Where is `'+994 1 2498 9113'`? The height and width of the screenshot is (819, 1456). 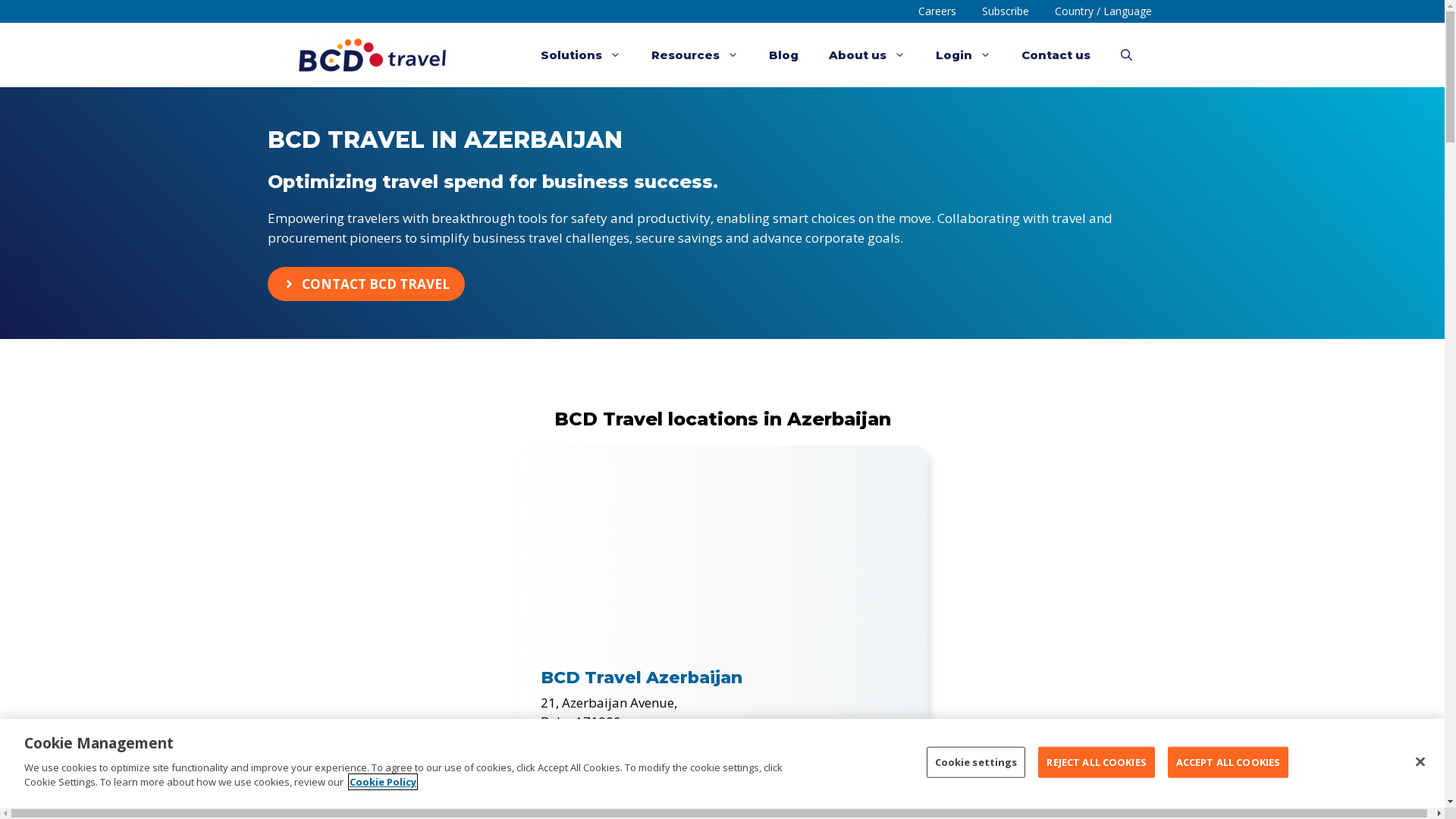 '+994 1 2498 9113' is located at coordinates (551, 740).